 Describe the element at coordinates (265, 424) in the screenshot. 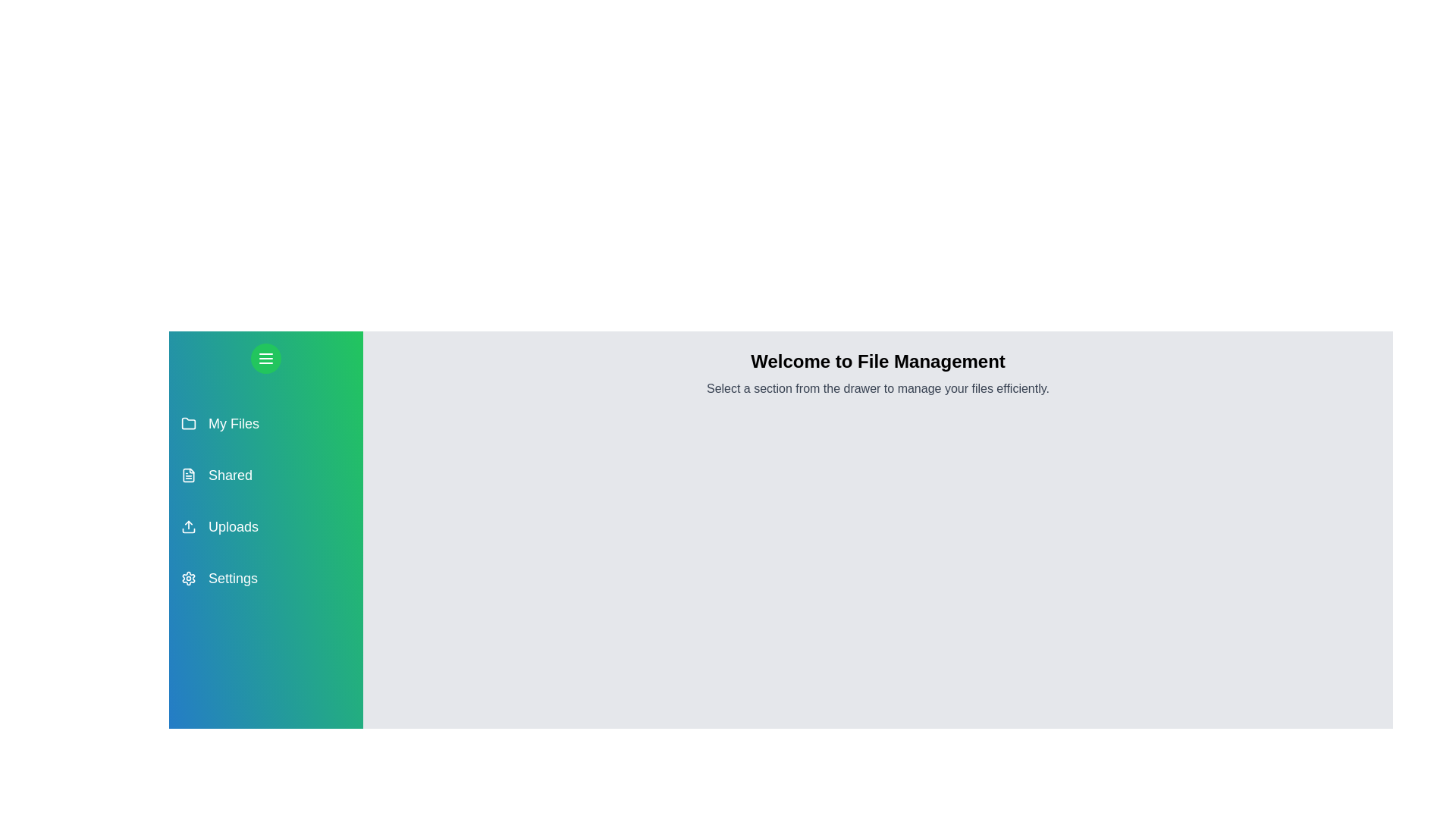

I see `the section My Files from the drawer` at that location.